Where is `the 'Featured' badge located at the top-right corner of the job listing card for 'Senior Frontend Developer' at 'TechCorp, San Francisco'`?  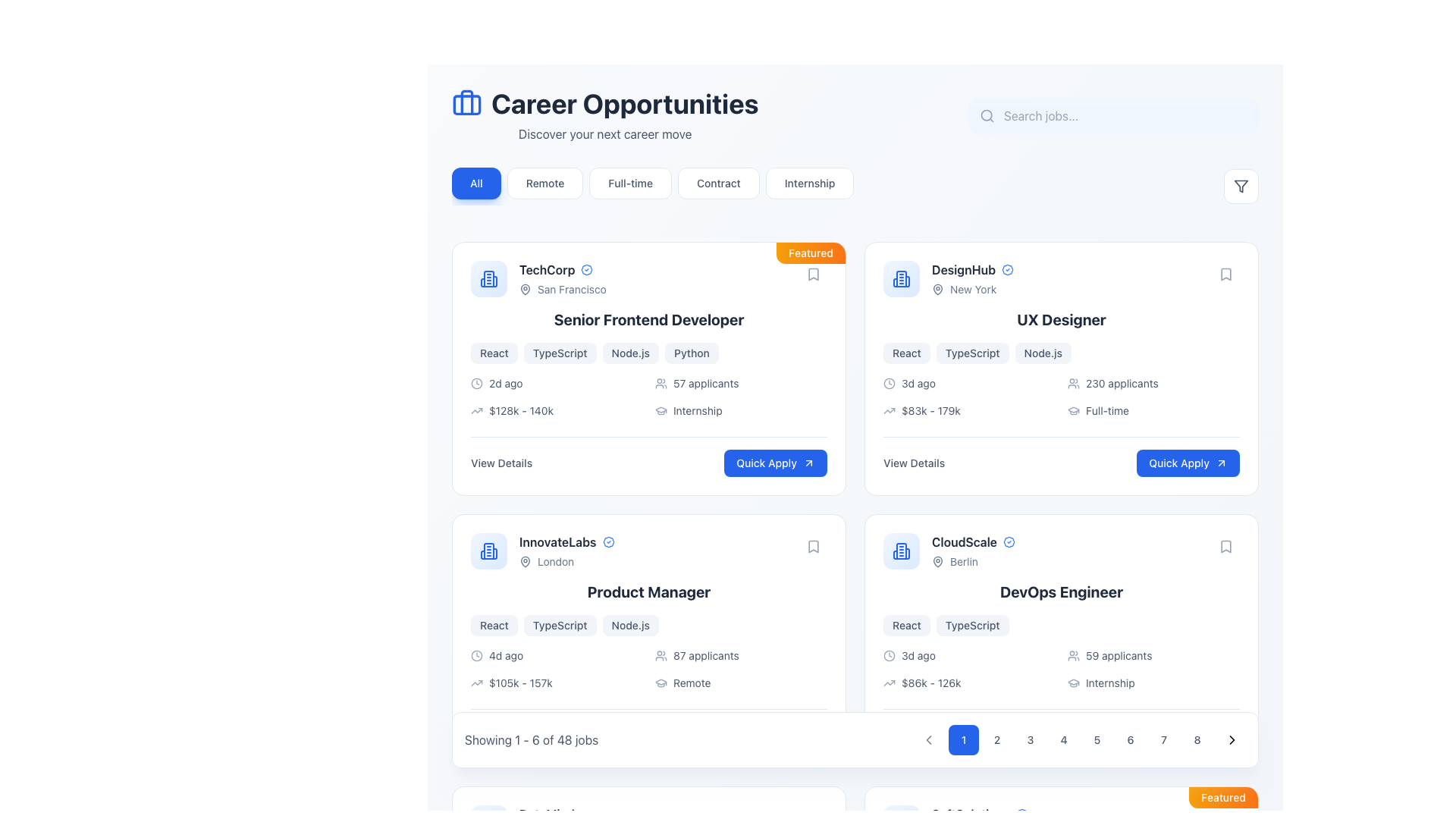 the 'Featured' badge located at the top-right corner of the job listing card for 'Senior Frontend Developer' at 'TechCorp, San Francisco' is located at coordinates (810, 253).